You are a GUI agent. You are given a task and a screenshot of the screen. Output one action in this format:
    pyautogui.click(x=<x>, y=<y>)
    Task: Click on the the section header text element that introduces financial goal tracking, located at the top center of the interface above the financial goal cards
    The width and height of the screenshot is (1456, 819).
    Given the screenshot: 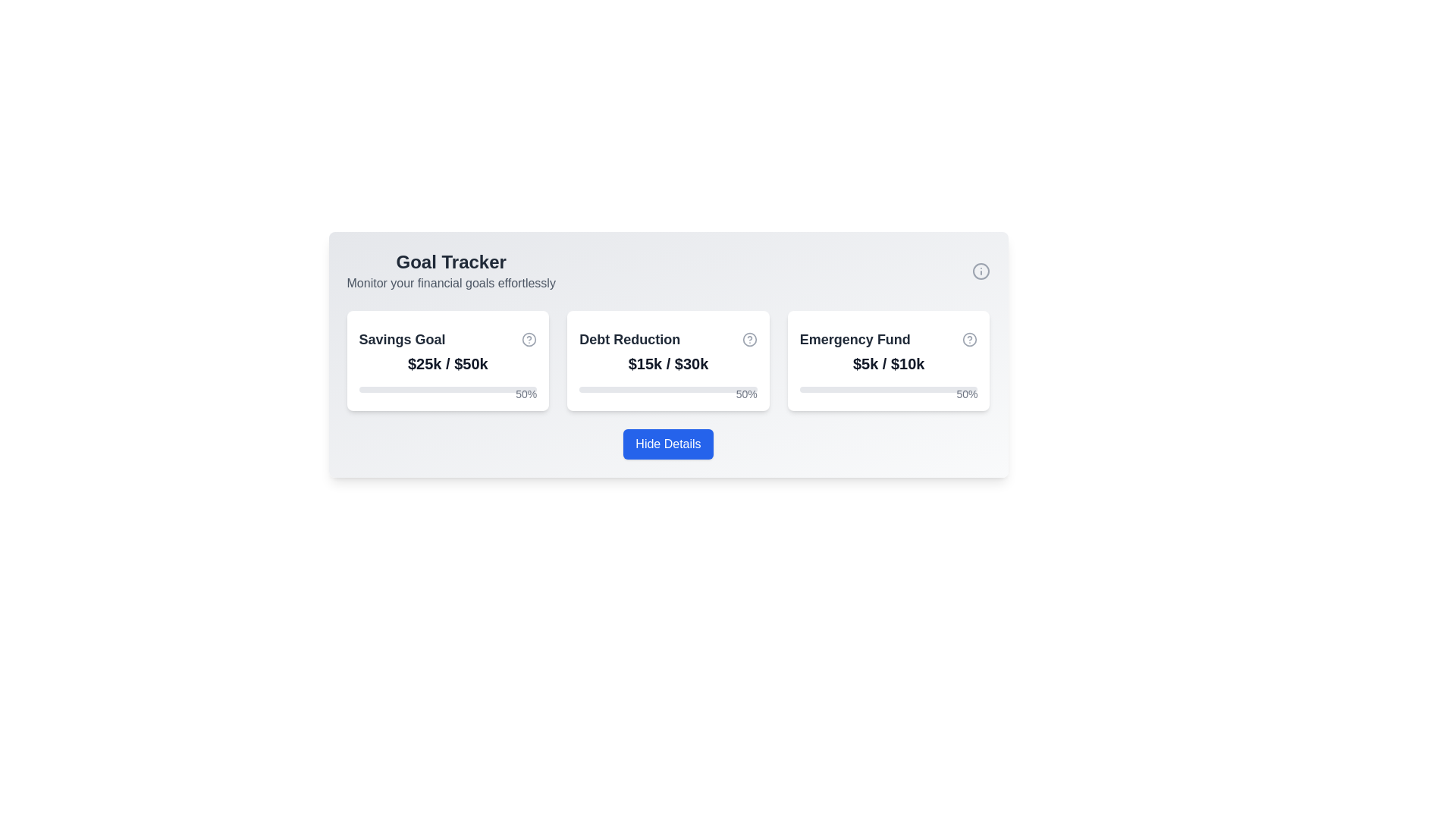 What is the action you would take?
    pyautogui.click(x=450, y=271)
    